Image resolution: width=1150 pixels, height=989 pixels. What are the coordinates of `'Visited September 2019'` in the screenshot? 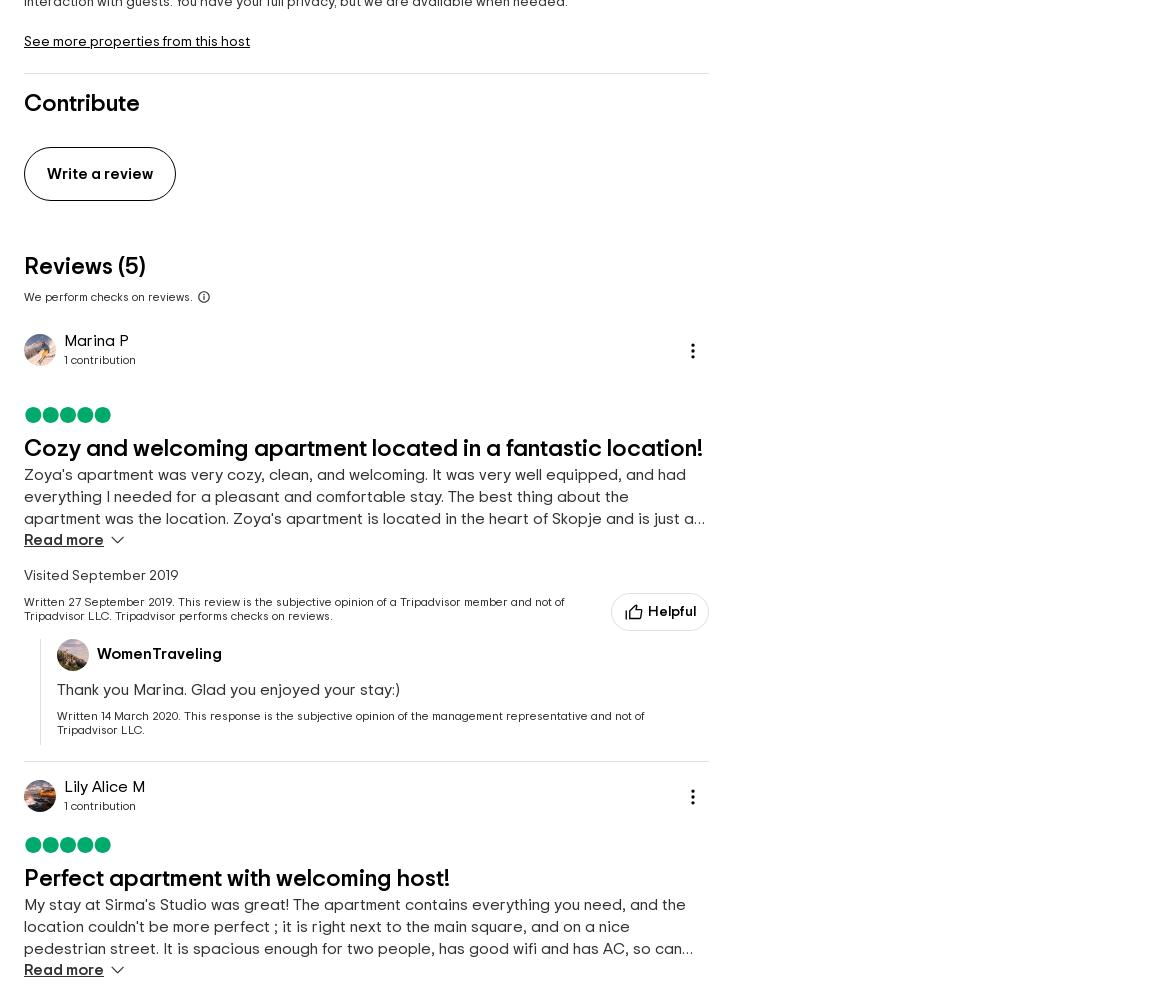 It's located at (100, 574).